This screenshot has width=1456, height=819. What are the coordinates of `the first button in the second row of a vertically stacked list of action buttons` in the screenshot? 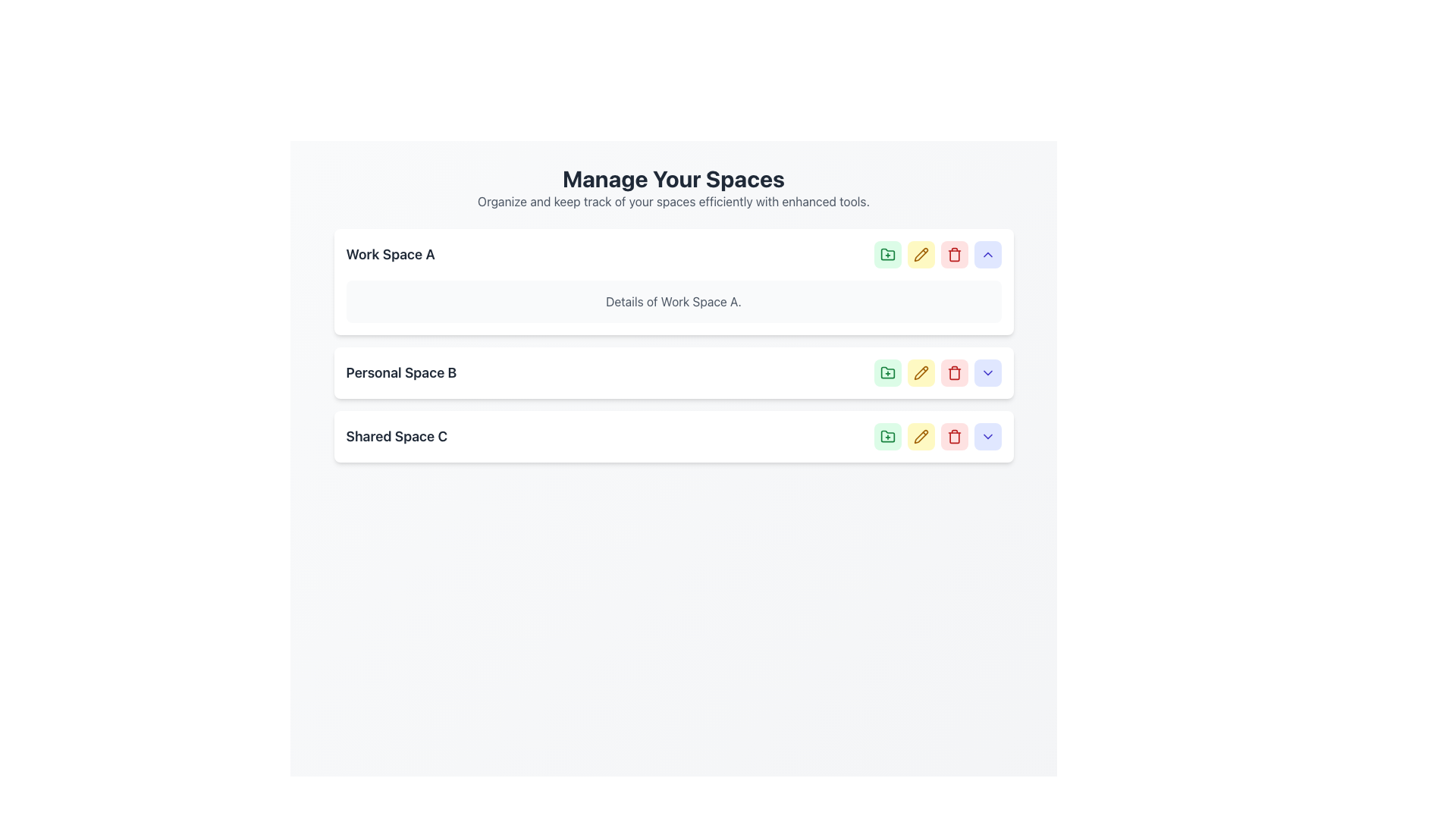 It's located at (887, 373).